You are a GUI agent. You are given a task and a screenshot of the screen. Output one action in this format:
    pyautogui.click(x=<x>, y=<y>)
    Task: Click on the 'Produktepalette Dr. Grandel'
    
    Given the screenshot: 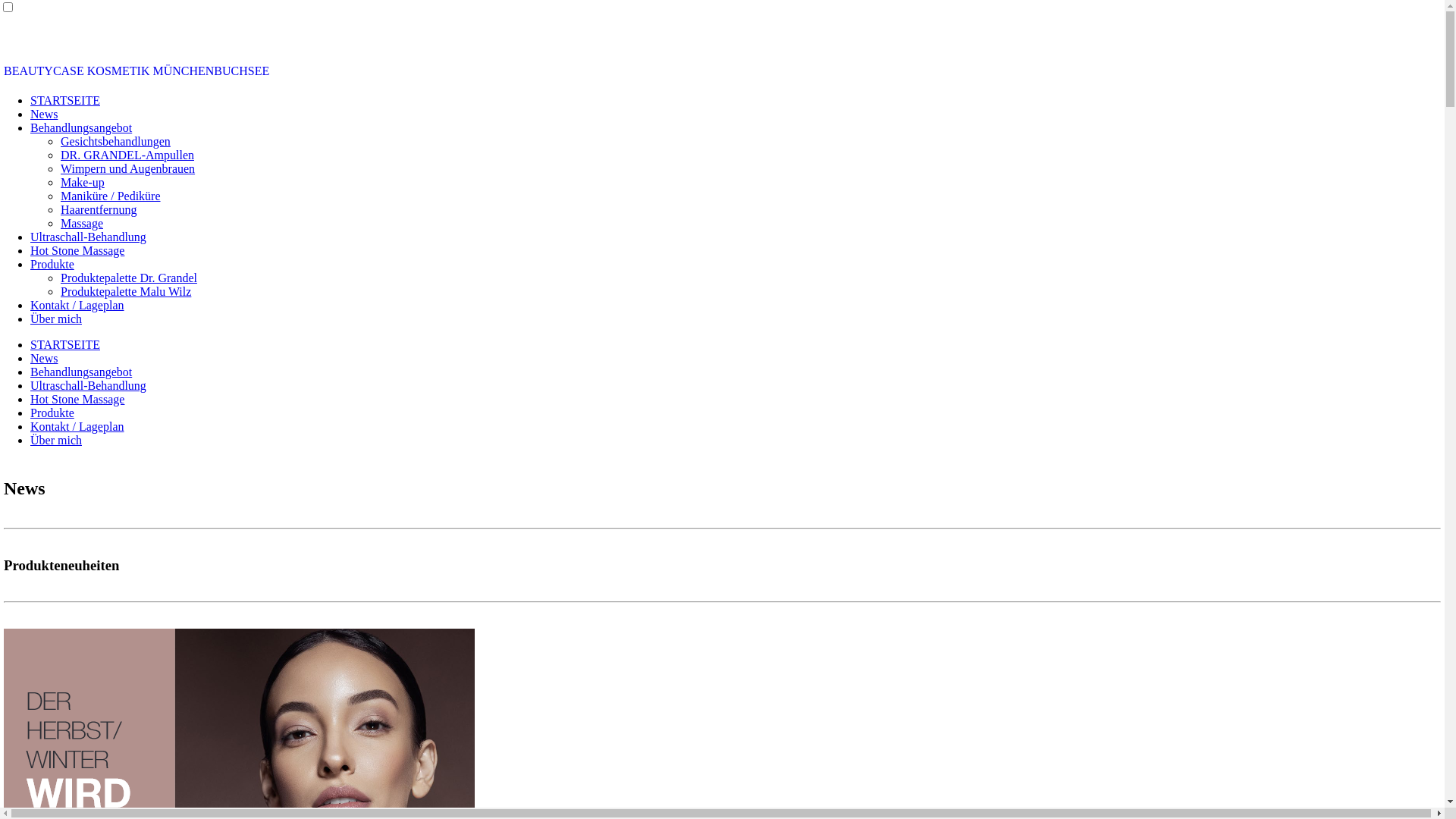 What is the action you would take?
    pyautogui.click(x=128, y=278)
    